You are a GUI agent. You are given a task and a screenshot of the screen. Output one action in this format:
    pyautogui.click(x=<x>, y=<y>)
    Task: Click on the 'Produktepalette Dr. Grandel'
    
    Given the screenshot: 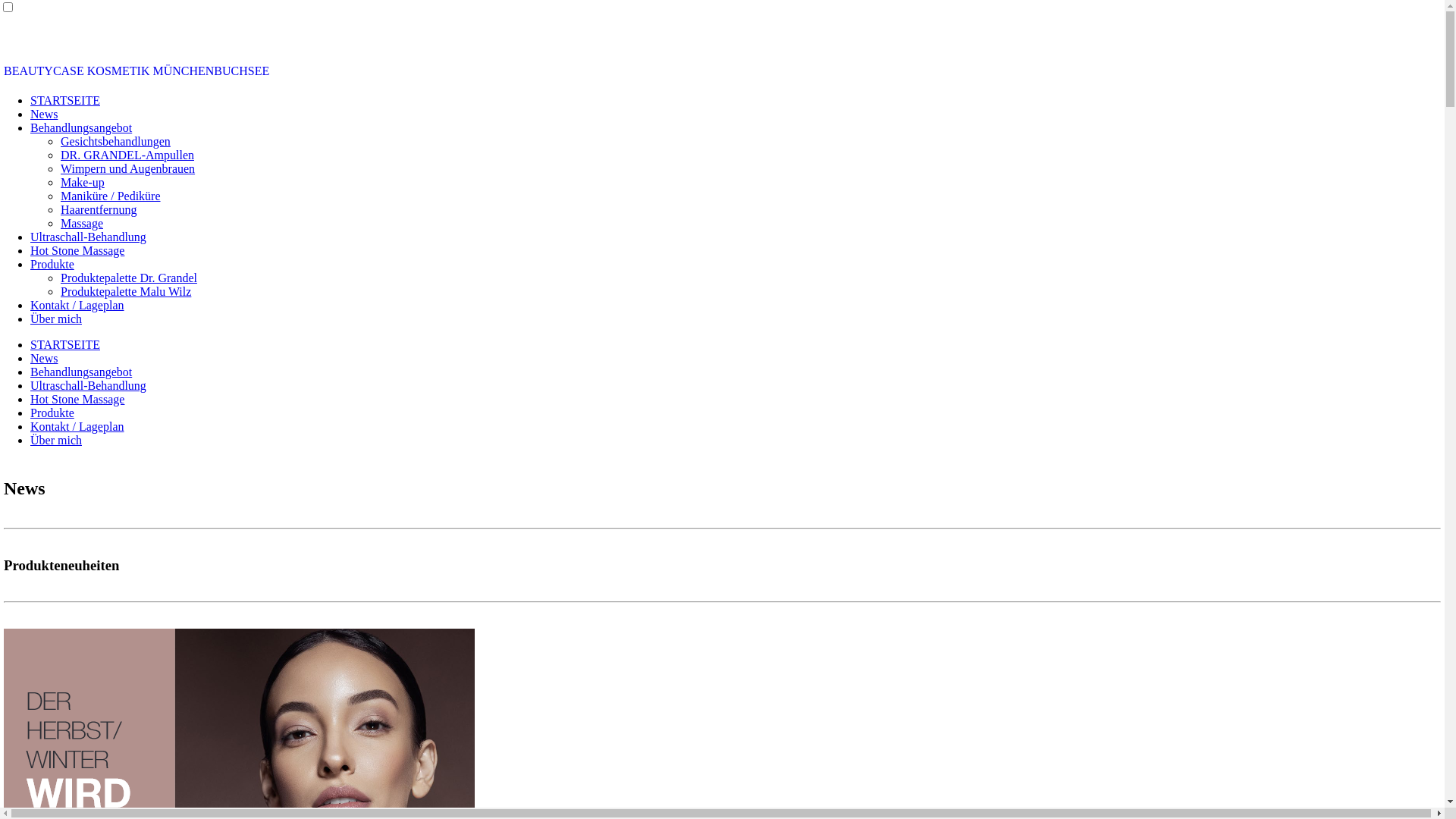 What is the action you would take?
    pyautogui.click(x=128, y=278)
    